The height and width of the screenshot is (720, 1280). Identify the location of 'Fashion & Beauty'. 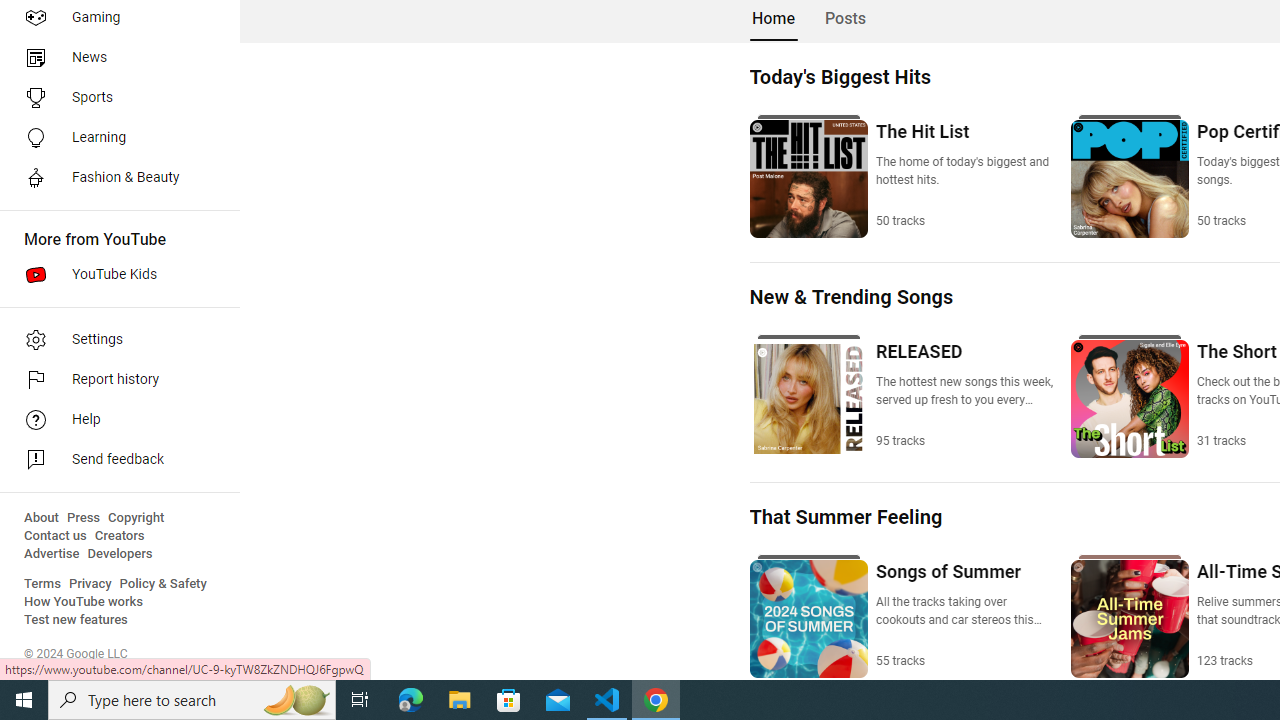
(112, 176).